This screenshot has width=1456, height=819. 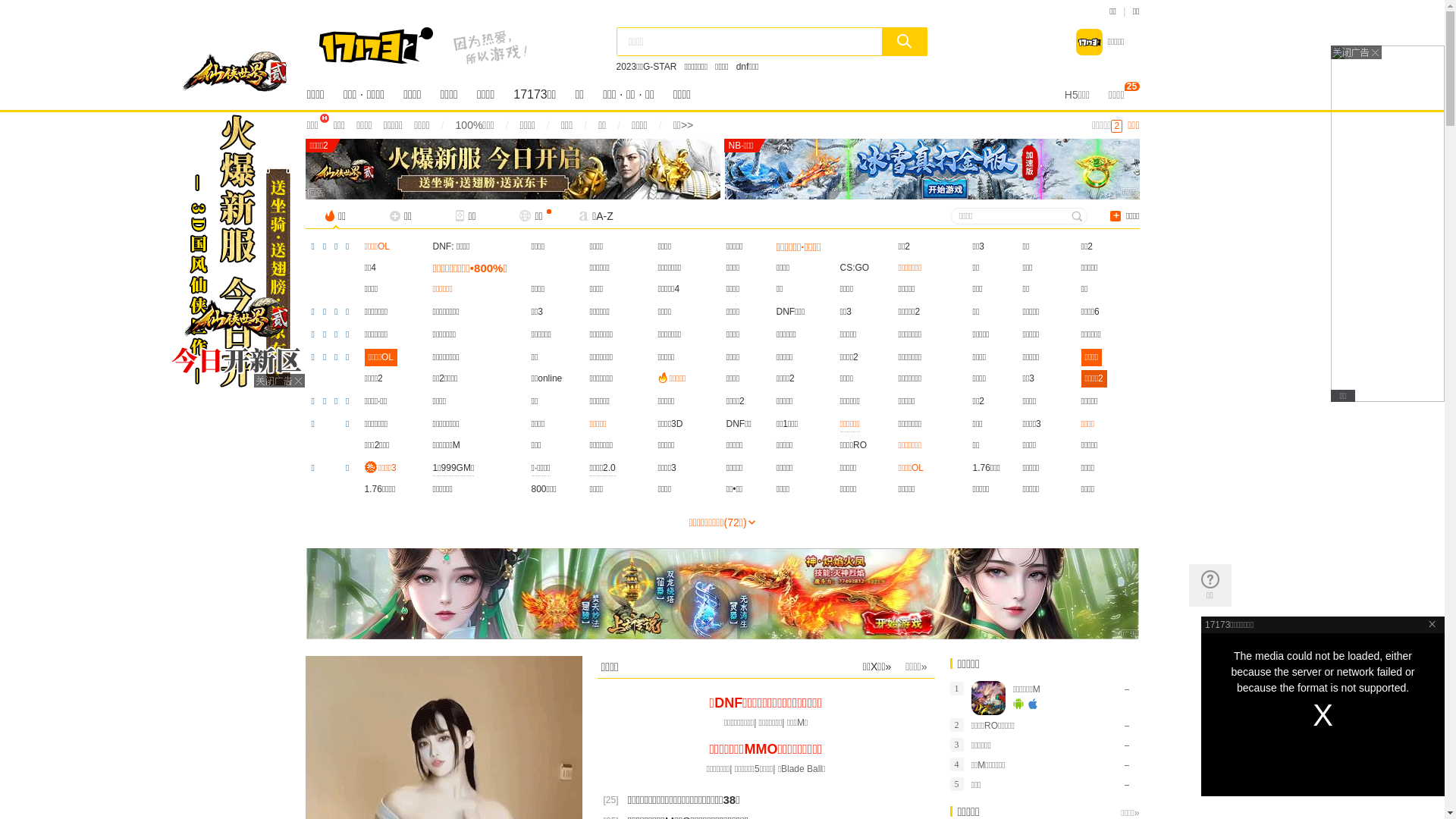 What do you see at coordinates (855, 267) in the screenshot?
I see `'CS:GO'` at bounding box center [855, 267].